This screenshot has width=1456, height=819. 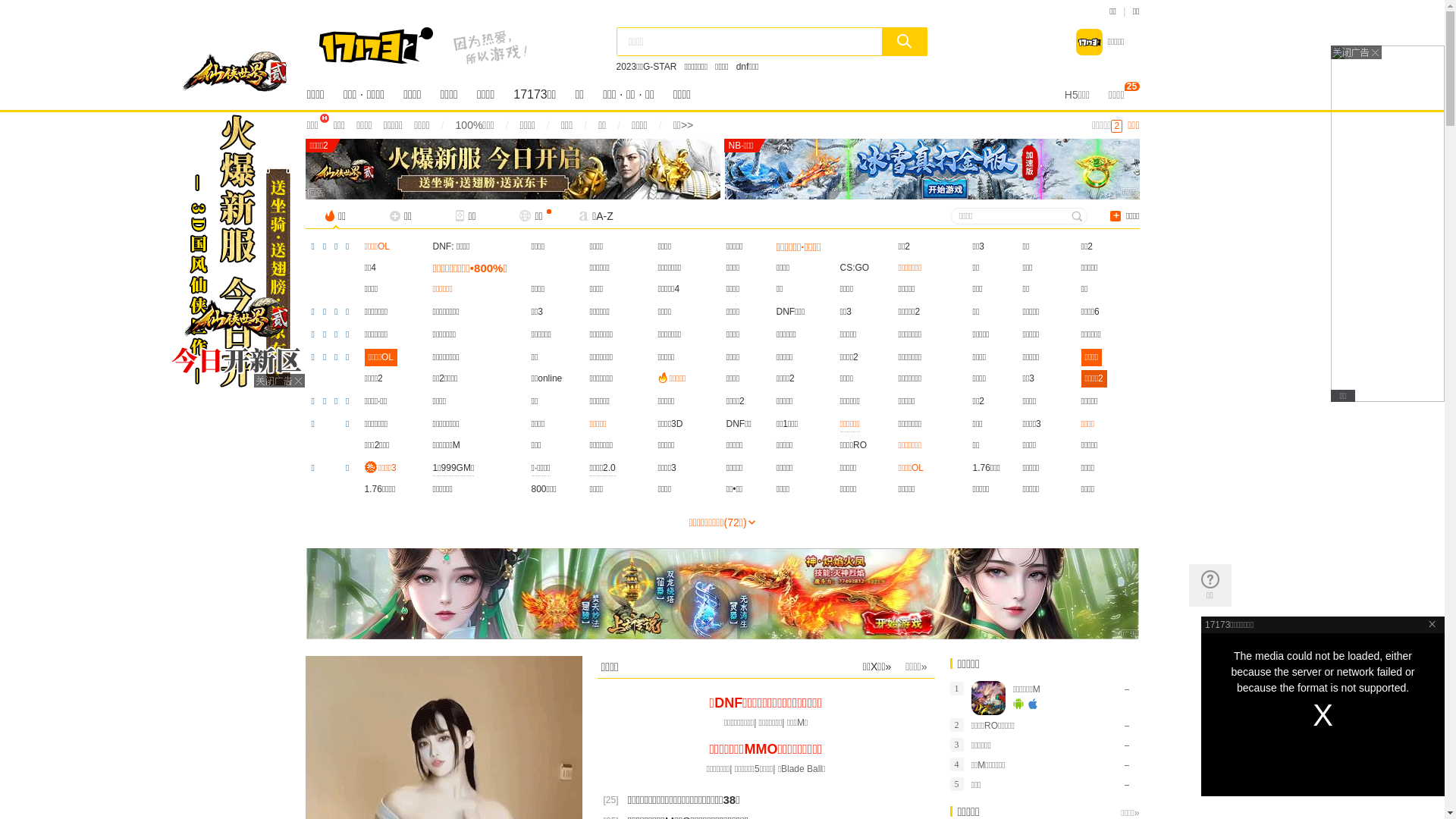 What do you see at coordinates (855, 267) in the screenshot?
I see `'CS:GO'` at bounding box center [855, 267].